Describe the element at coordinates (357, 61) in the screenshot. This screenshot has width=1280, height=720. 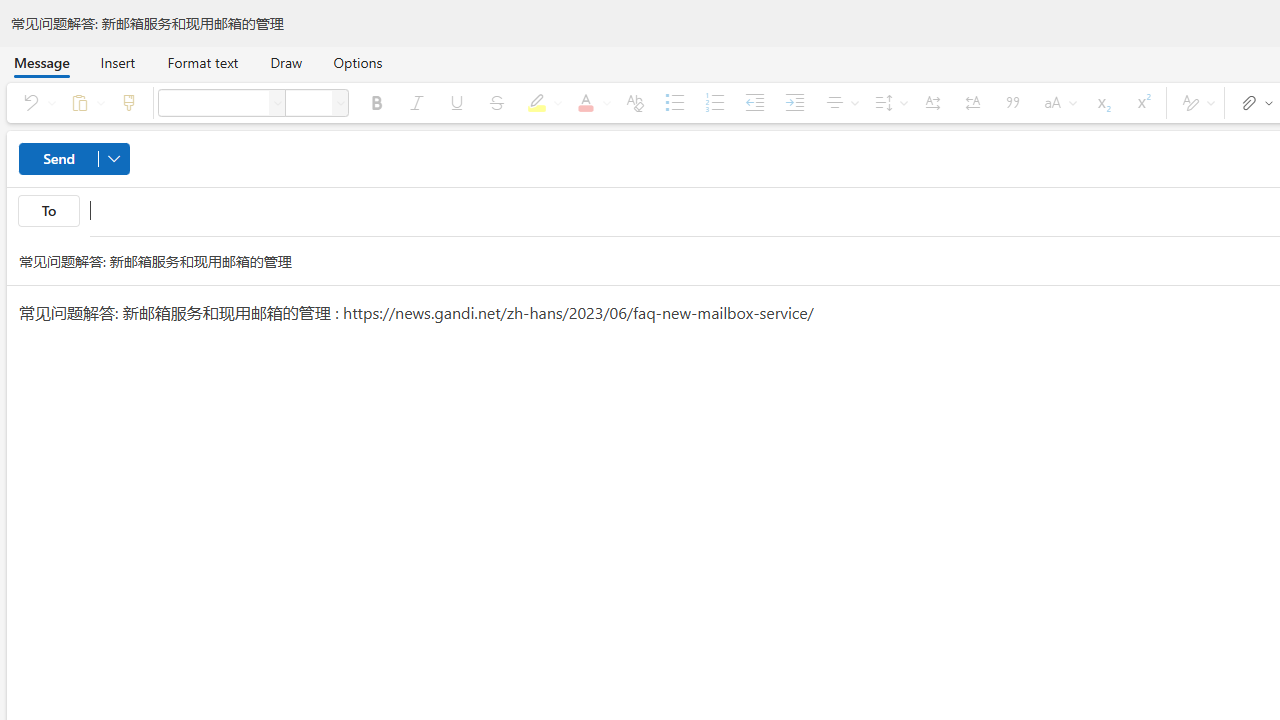
I see `'Options'` at that location.